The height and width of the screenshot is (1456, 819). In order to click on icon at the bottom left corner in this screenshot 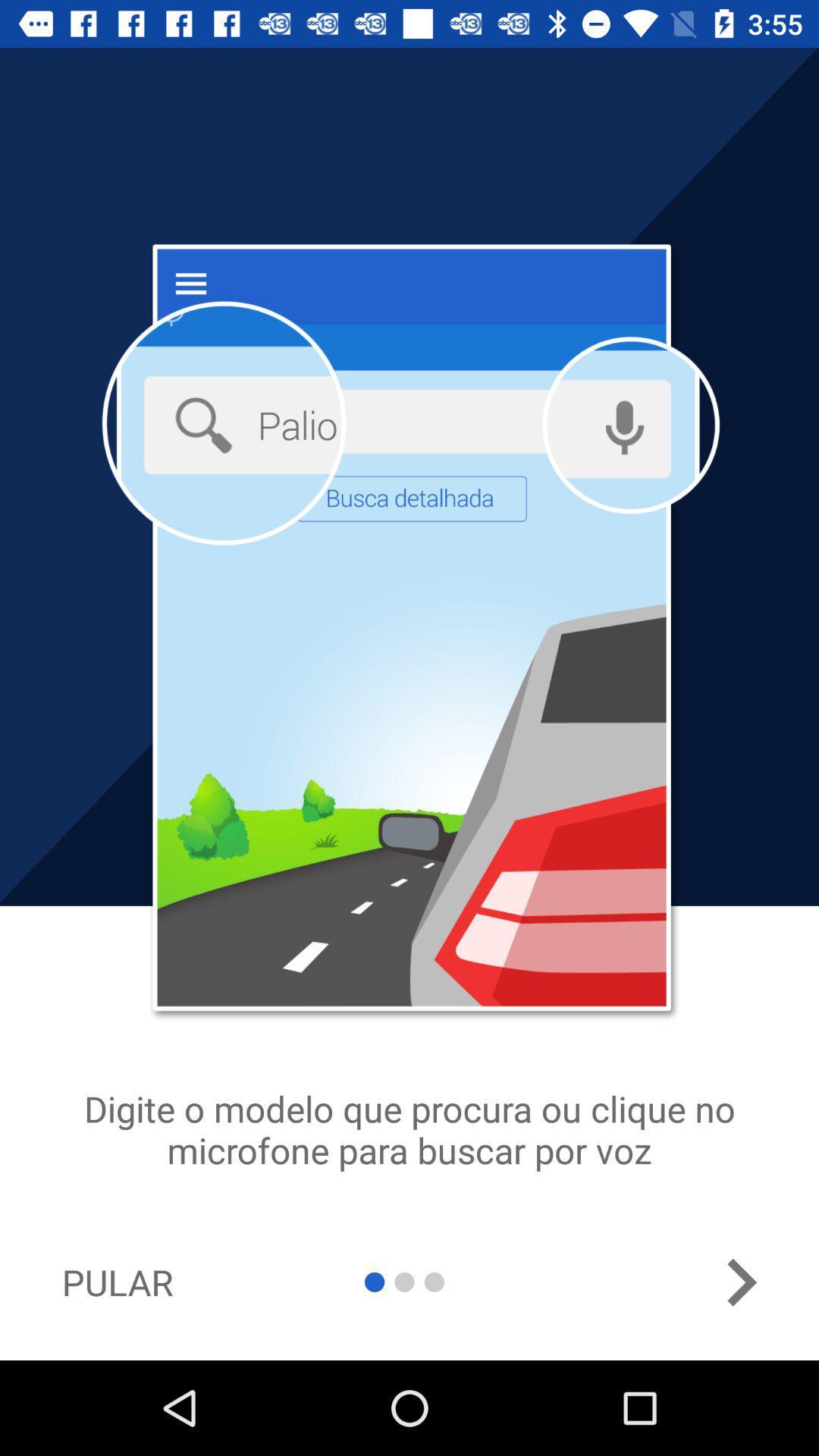, I will do `click(117, 1282)`.